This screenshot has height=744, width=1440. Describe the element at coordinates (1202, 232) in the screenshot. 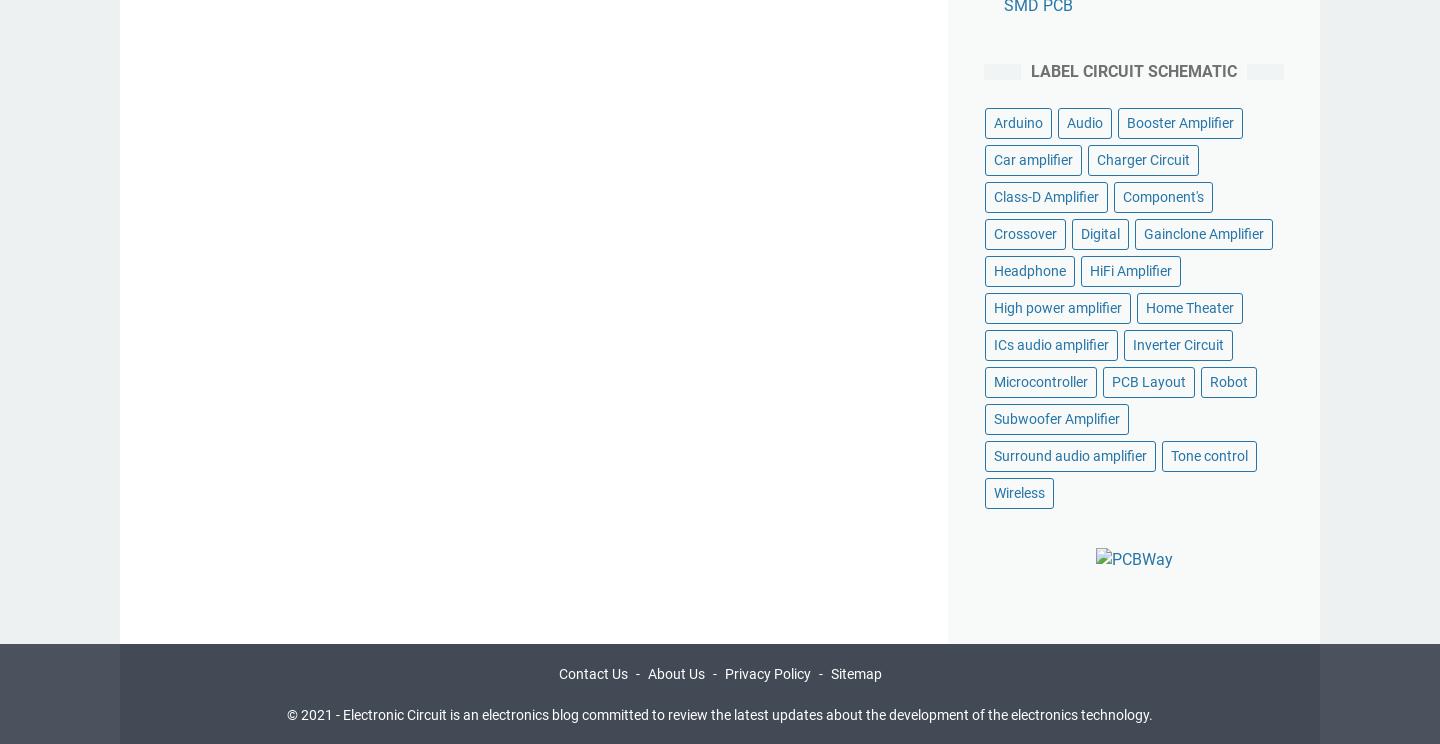

I see `'Gainclone Amplifier'` at that location.